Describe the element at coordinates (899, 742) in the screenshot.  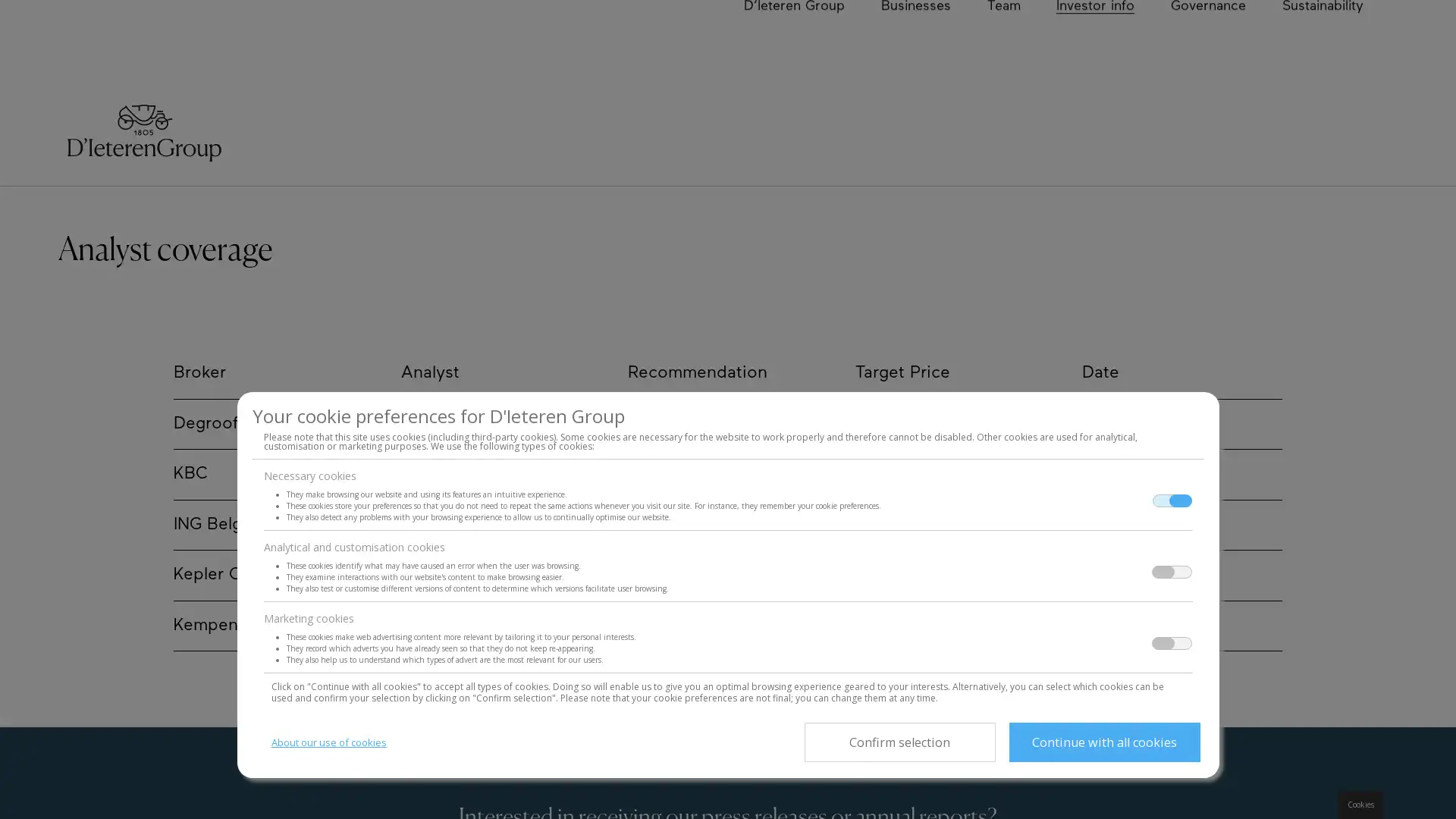
I see `Save Consent Preferences` at that location.